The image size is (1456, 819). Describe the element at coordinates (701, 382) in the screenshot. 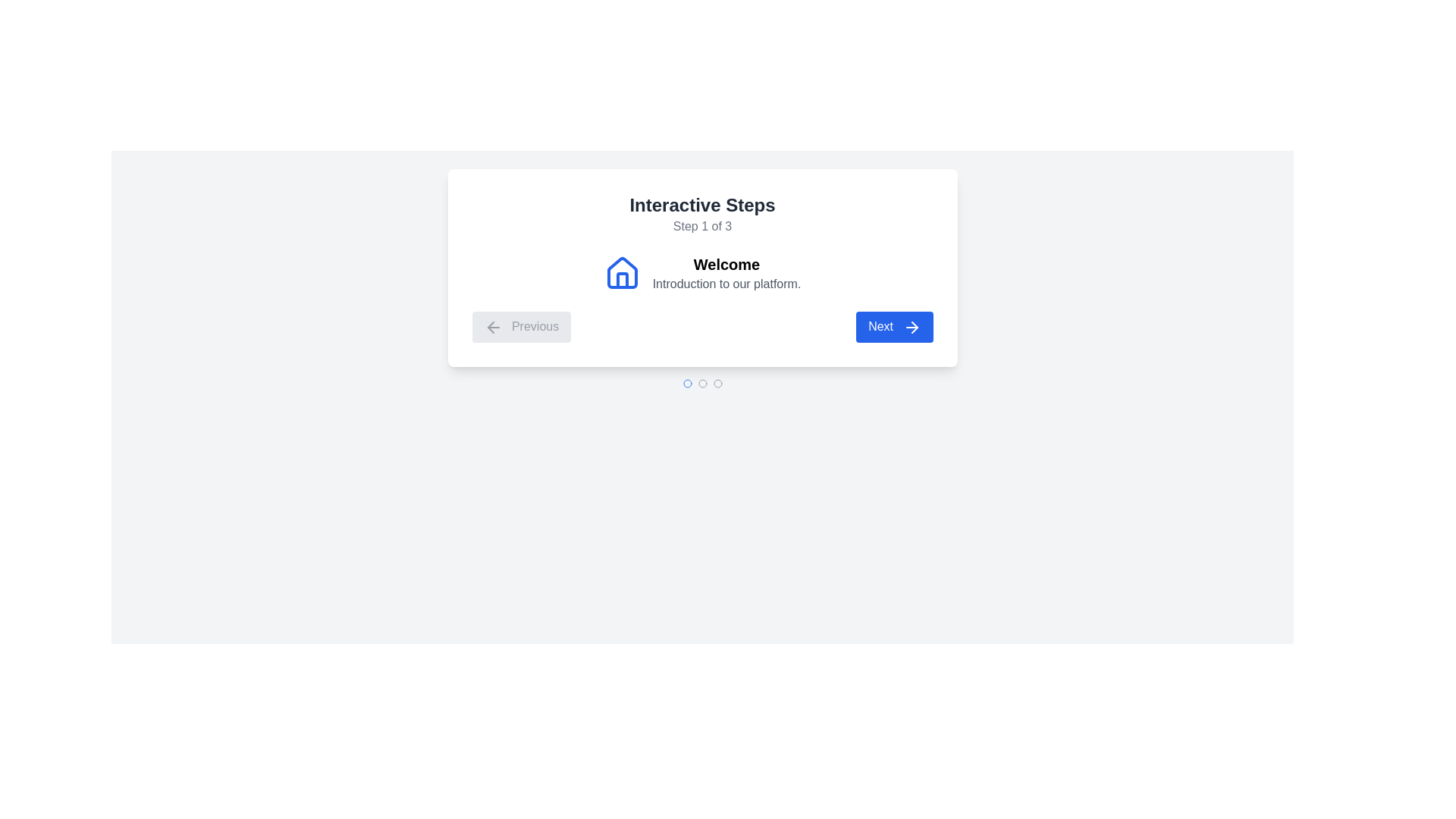

I see `the second navigation step indicator circle, which is a dark gray circle surrounded by a light gray outline, positioned at the bottom center of the interface` at that location.